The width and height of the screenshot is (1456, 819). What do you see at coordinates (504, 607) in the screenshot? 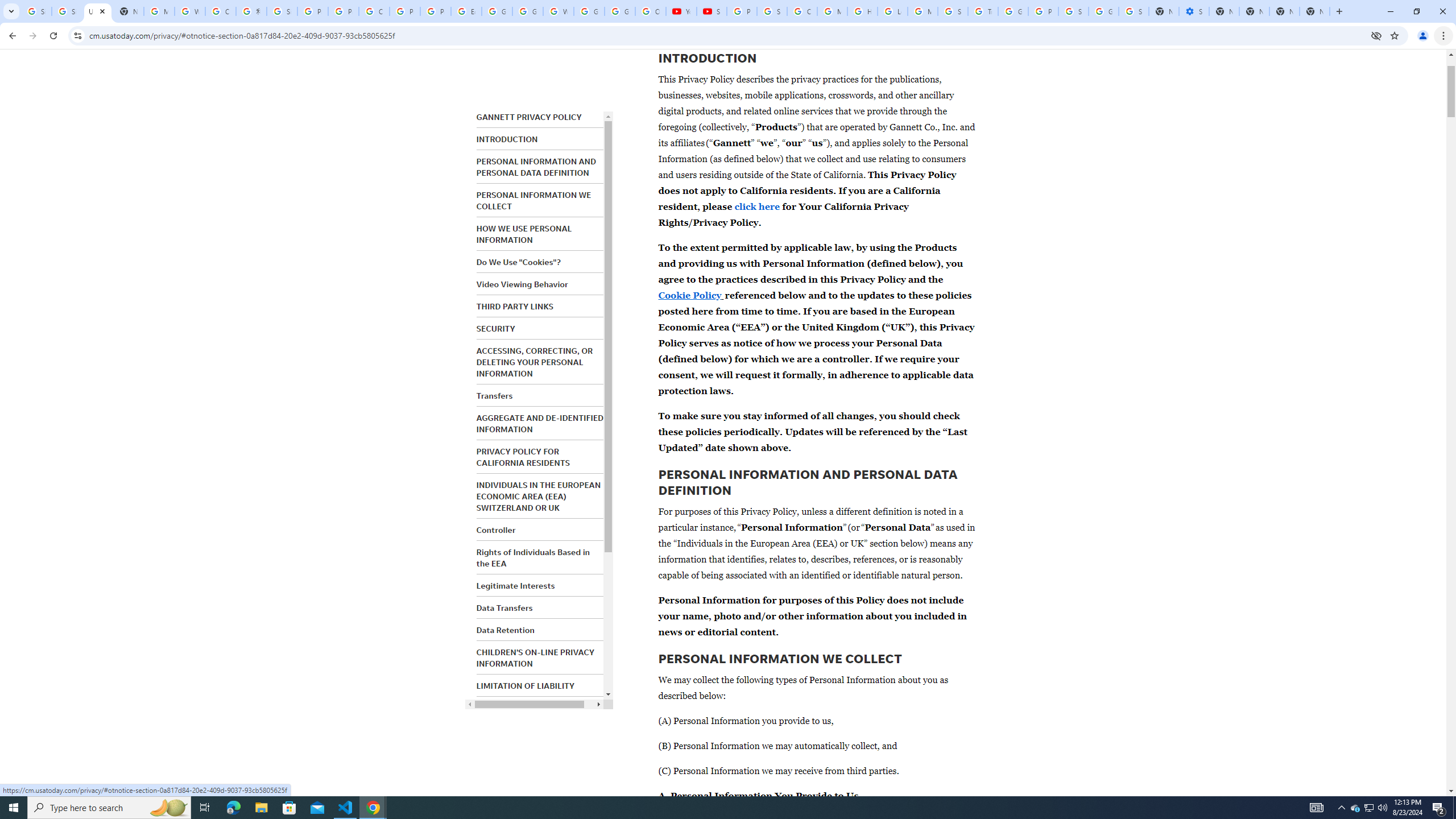
I see `'Data Transfers'` at bounding box center [504, 607].